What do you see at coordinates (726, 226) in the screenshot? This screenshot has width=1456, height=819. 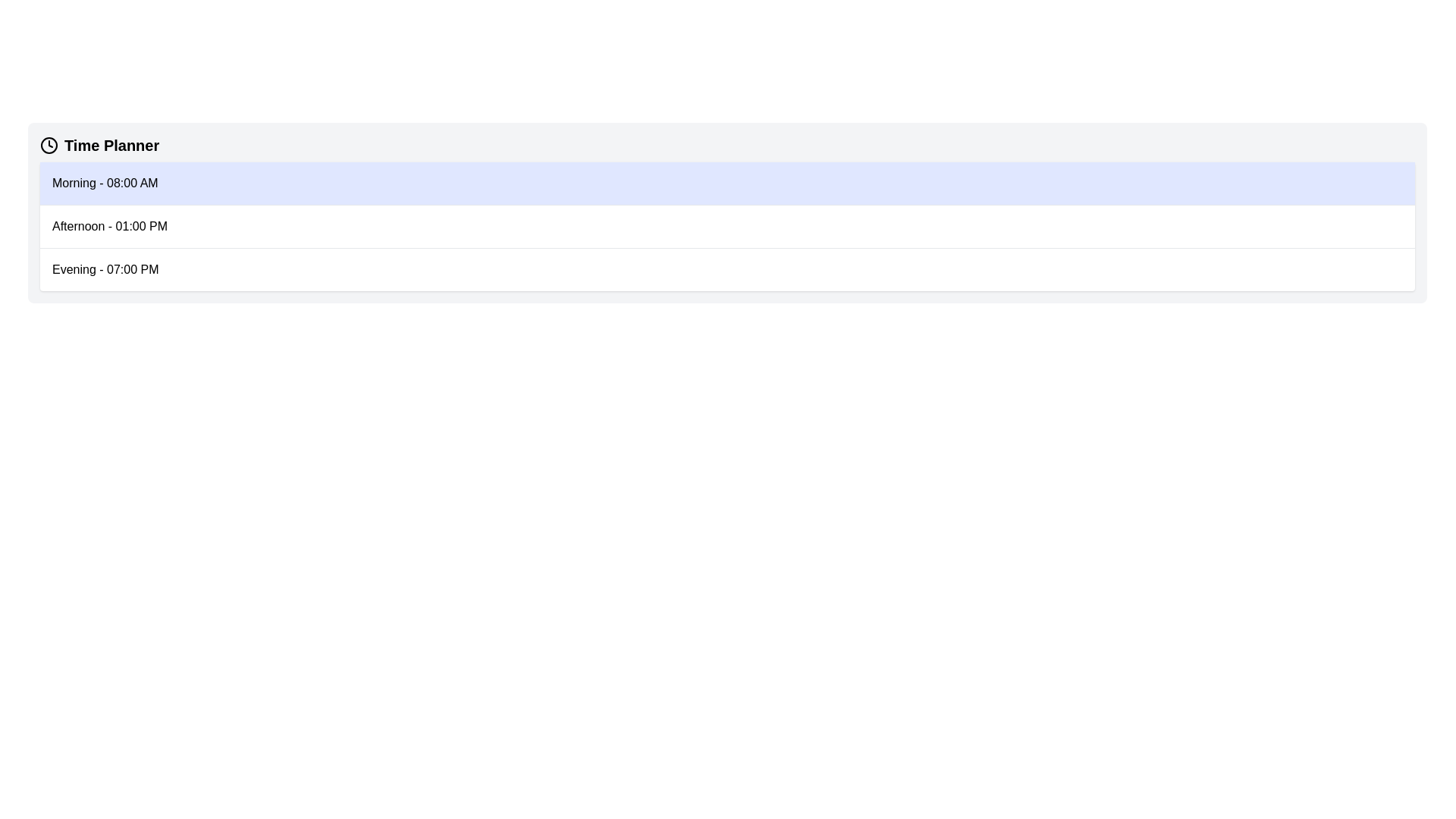 I see `the selectable time slot option labeled 'Afternoon - 01:00 PM'` at bounding box center [726, 226].